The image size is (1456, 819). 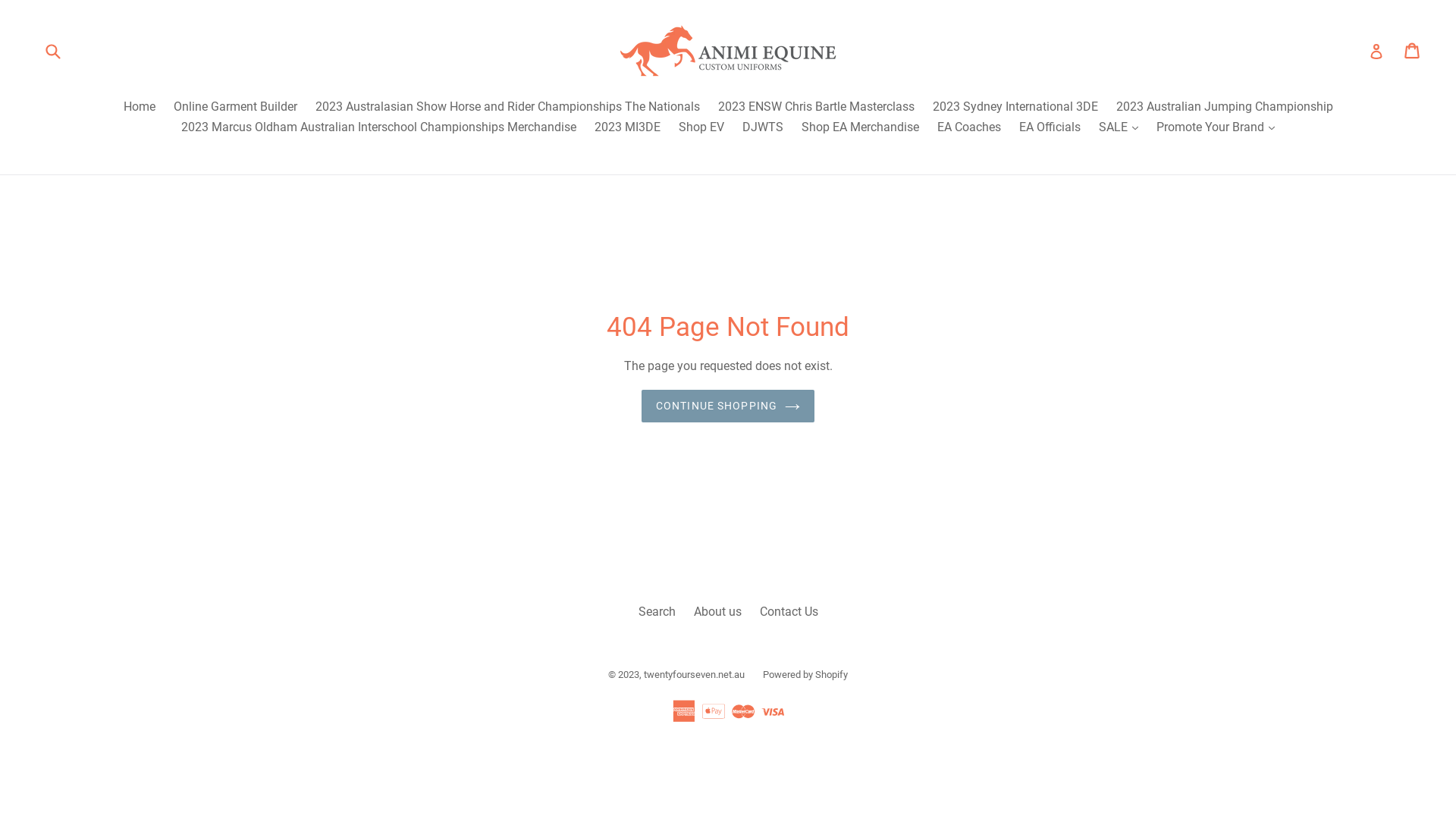 What do you see at coordinates (1376, 49) in the screenshot?
I see `'Log in'` at bounding box center [1376, 49].